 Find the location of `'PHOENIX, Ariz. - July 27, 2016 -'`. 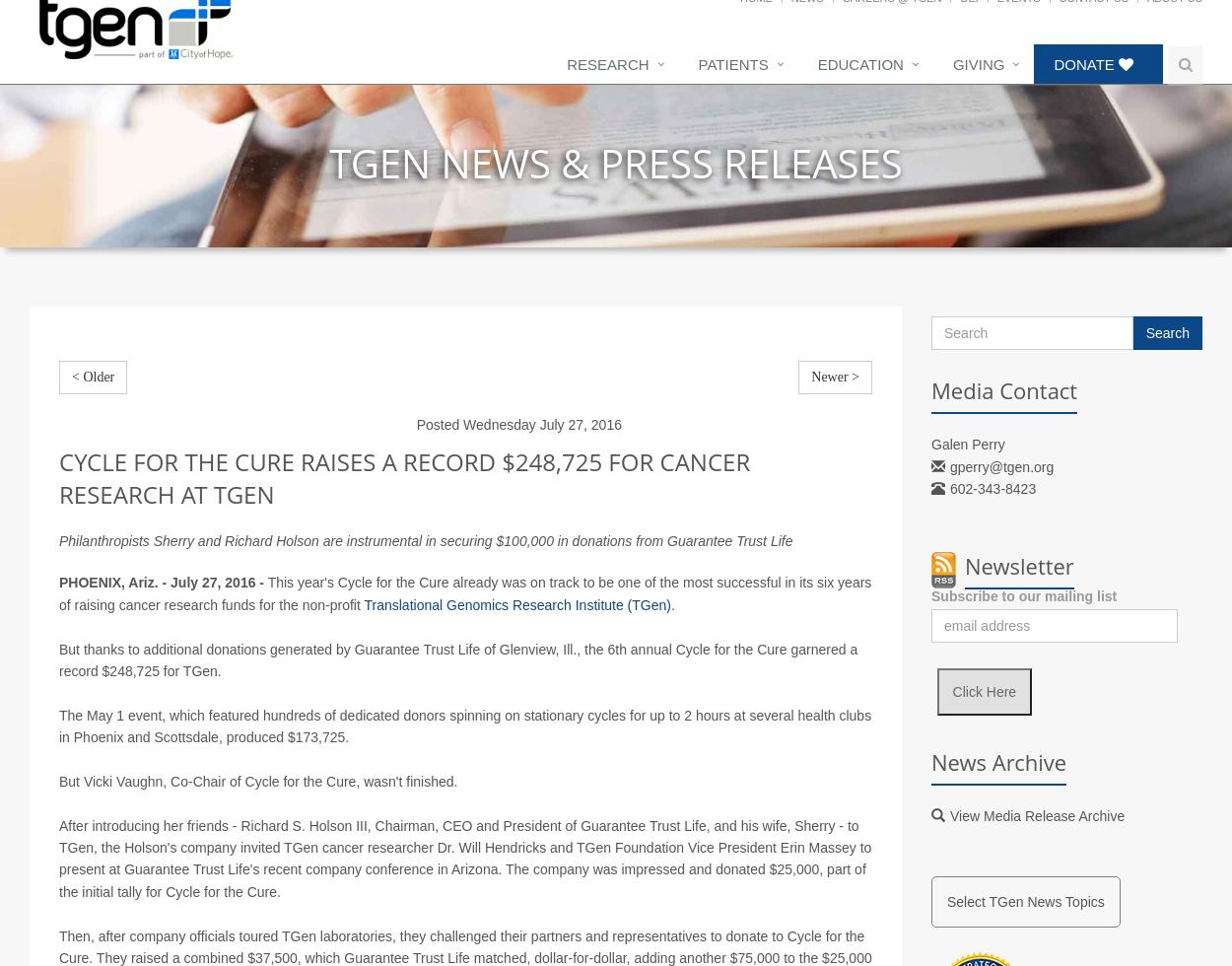

'PHOENIX, Ariz. - July 27, 2016 -' is located at coordinates (162, 604).